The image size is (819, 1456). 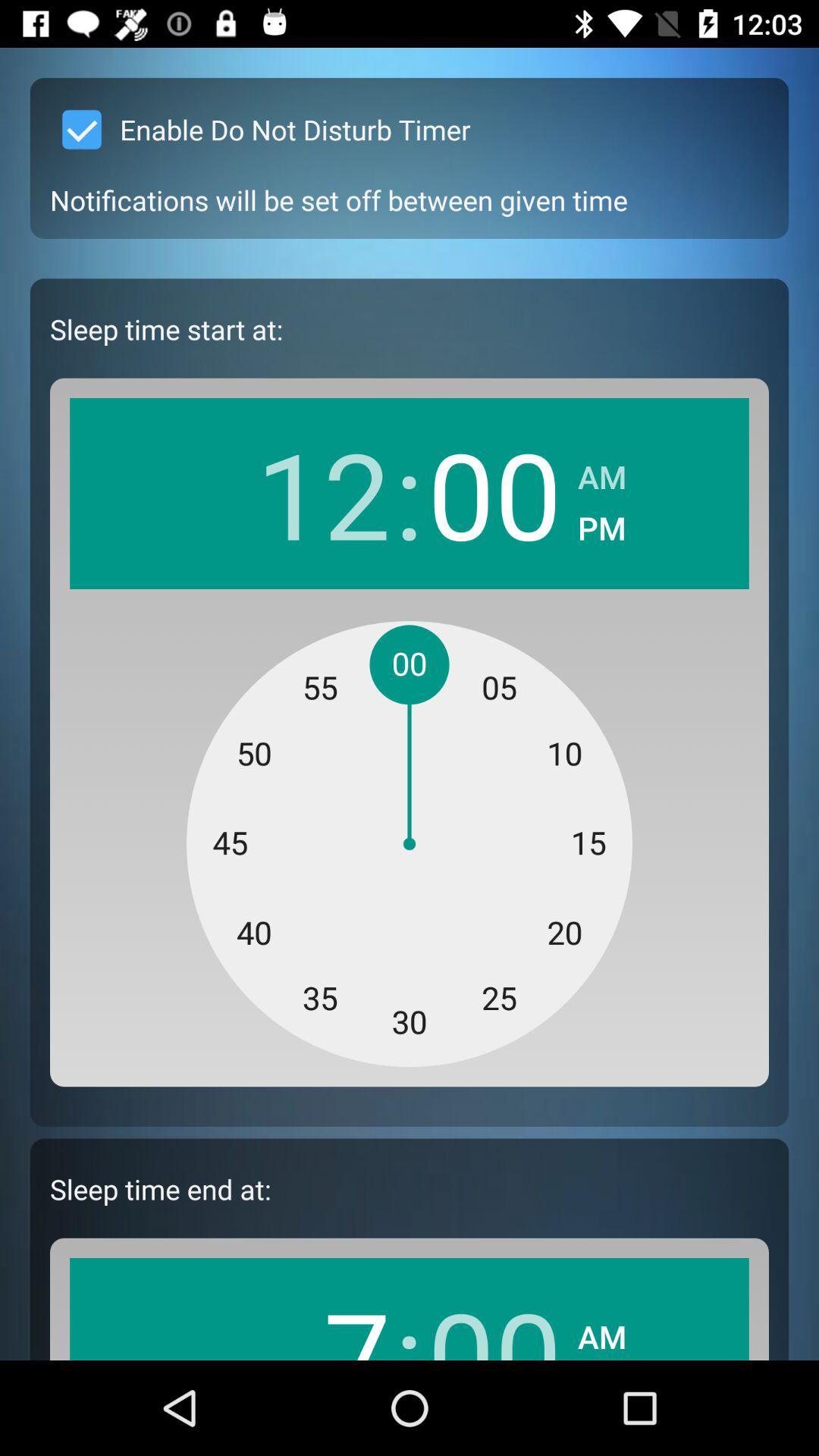 What do you see at coordinates (322, 493) in the screenshot?
I see `the 12 item` at bounding box center [322, 493].